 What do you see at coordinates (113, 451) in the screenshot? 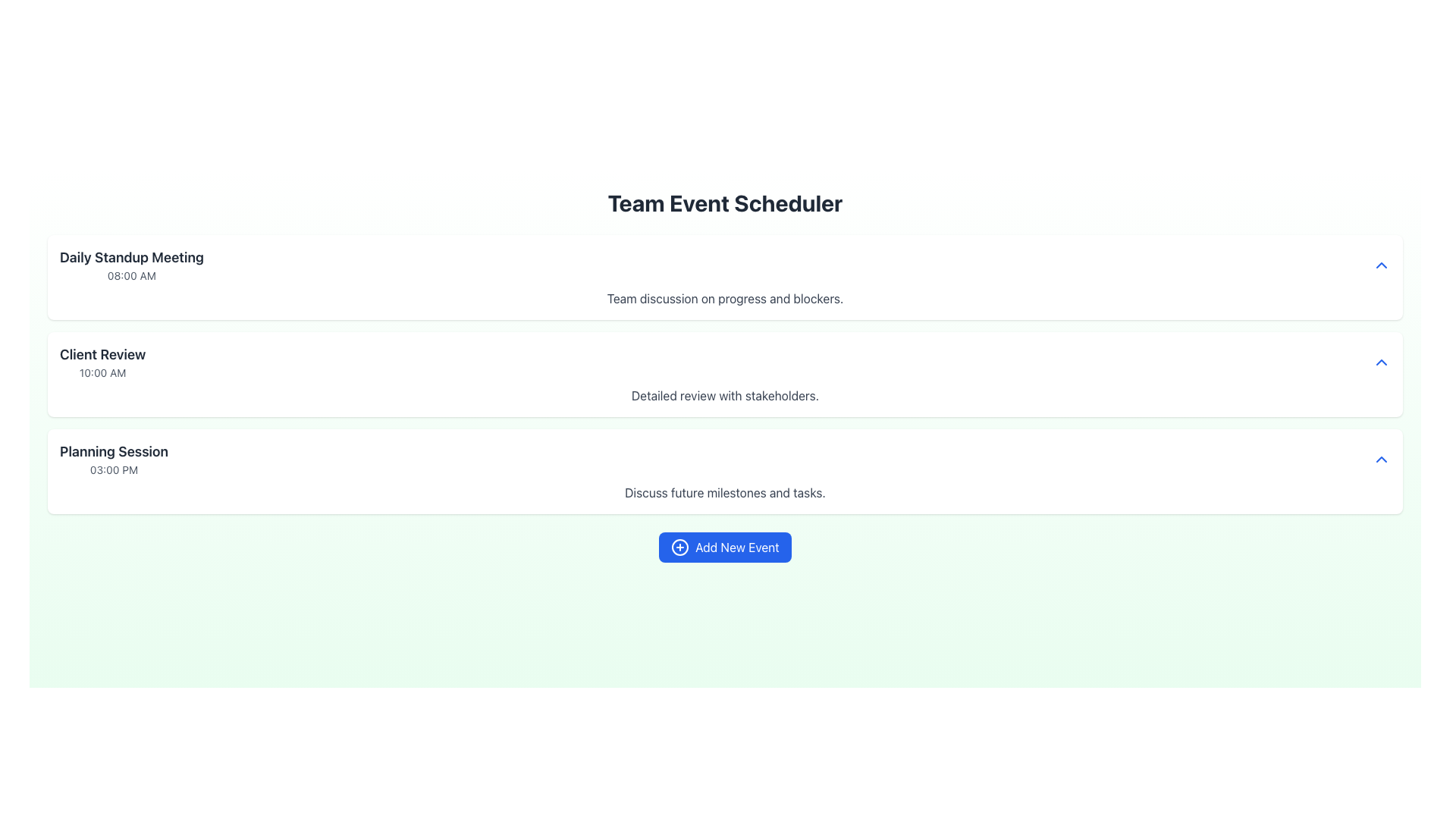
I see `the text label that summarizes the event's purpose, located in the scheduling interface directly below 'Client Review' and associated with the time '03:00 PM'` at bounding box center [113, 451].